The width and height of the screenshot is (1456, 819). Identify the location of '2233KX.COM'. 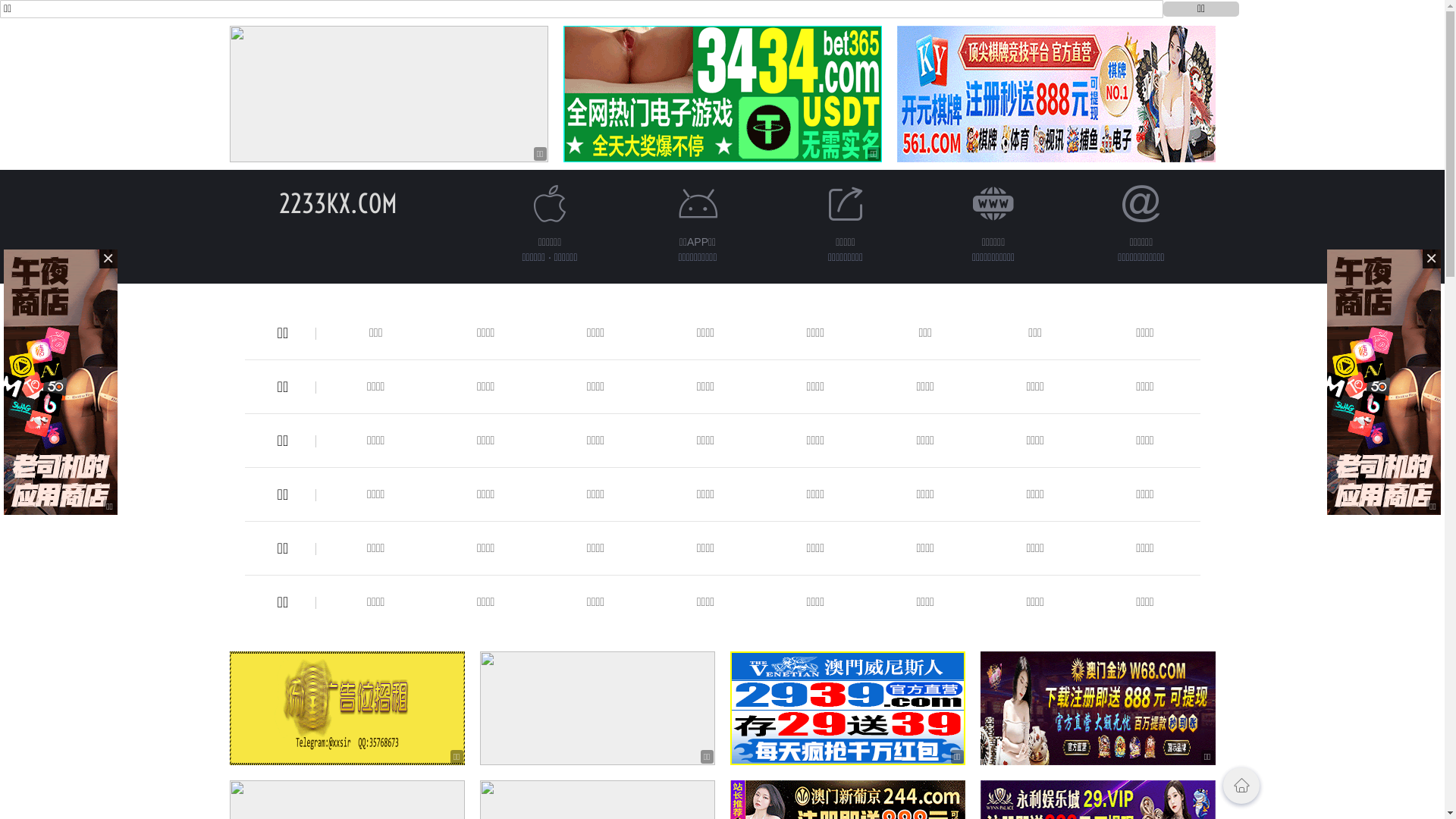
(337, 202).